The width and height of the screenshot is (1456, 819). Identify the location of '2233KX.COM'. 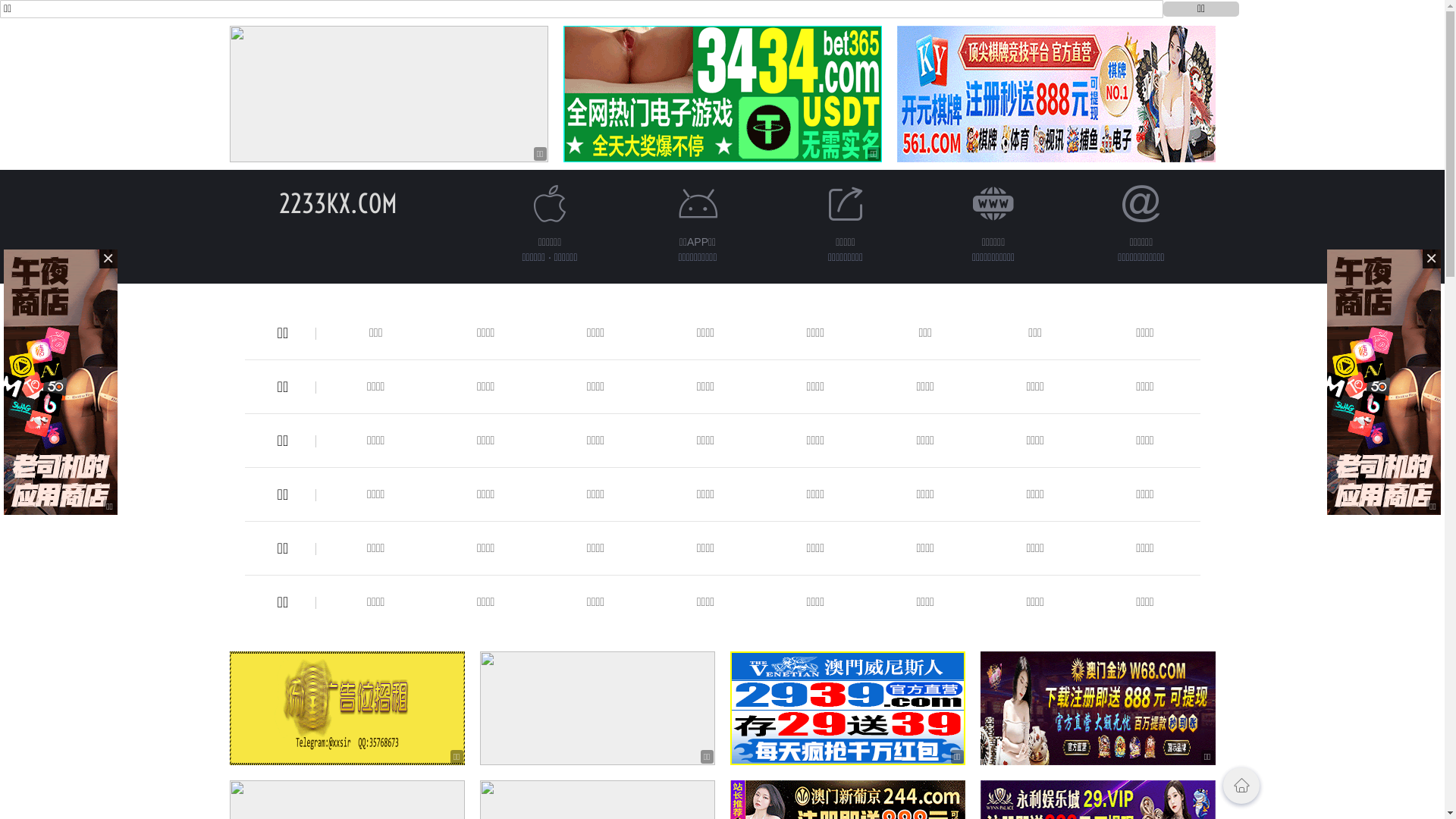
(337, 202).